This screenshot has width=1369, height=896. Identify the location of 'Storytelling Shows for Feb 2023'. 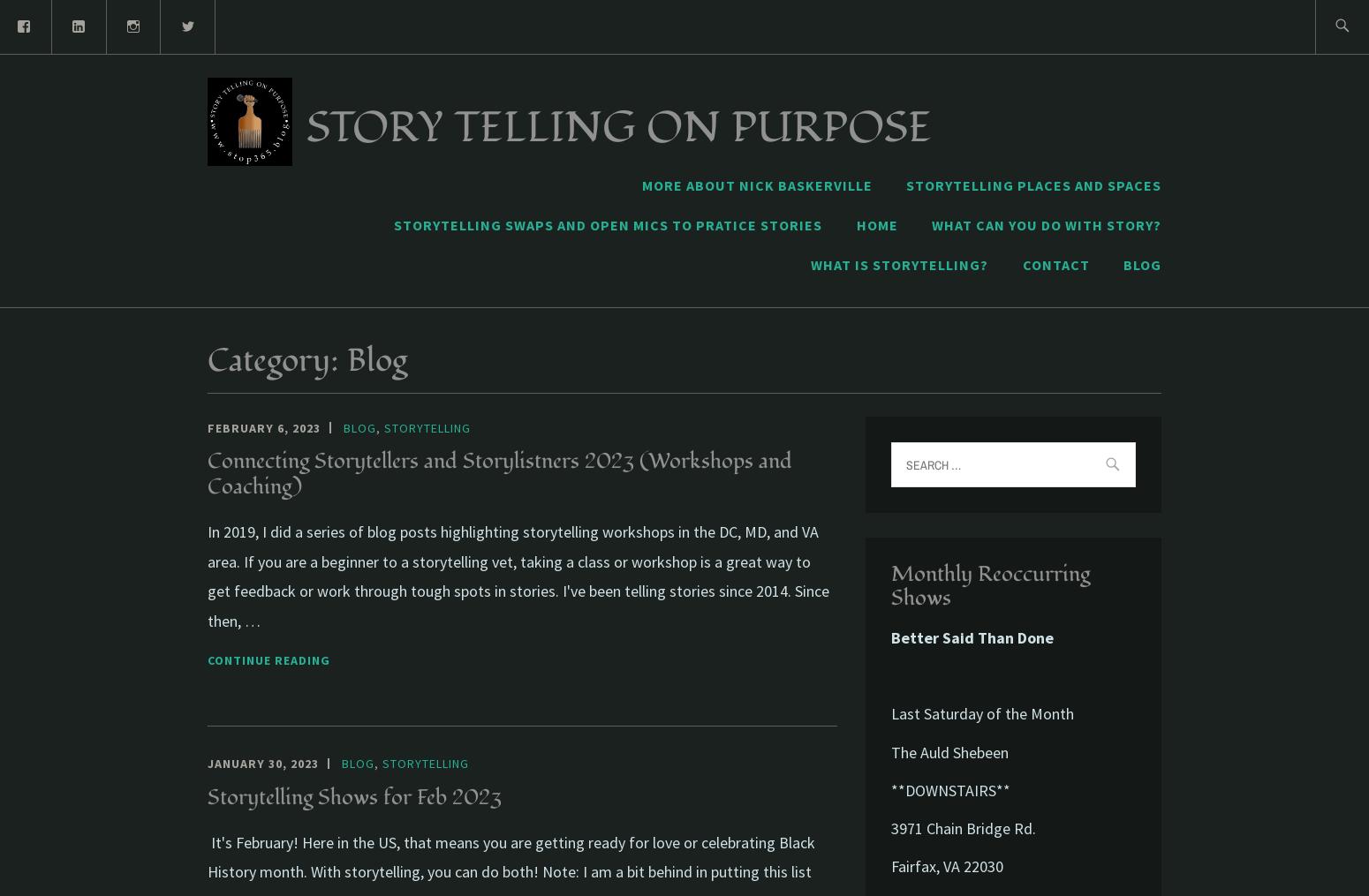
(207, 795).